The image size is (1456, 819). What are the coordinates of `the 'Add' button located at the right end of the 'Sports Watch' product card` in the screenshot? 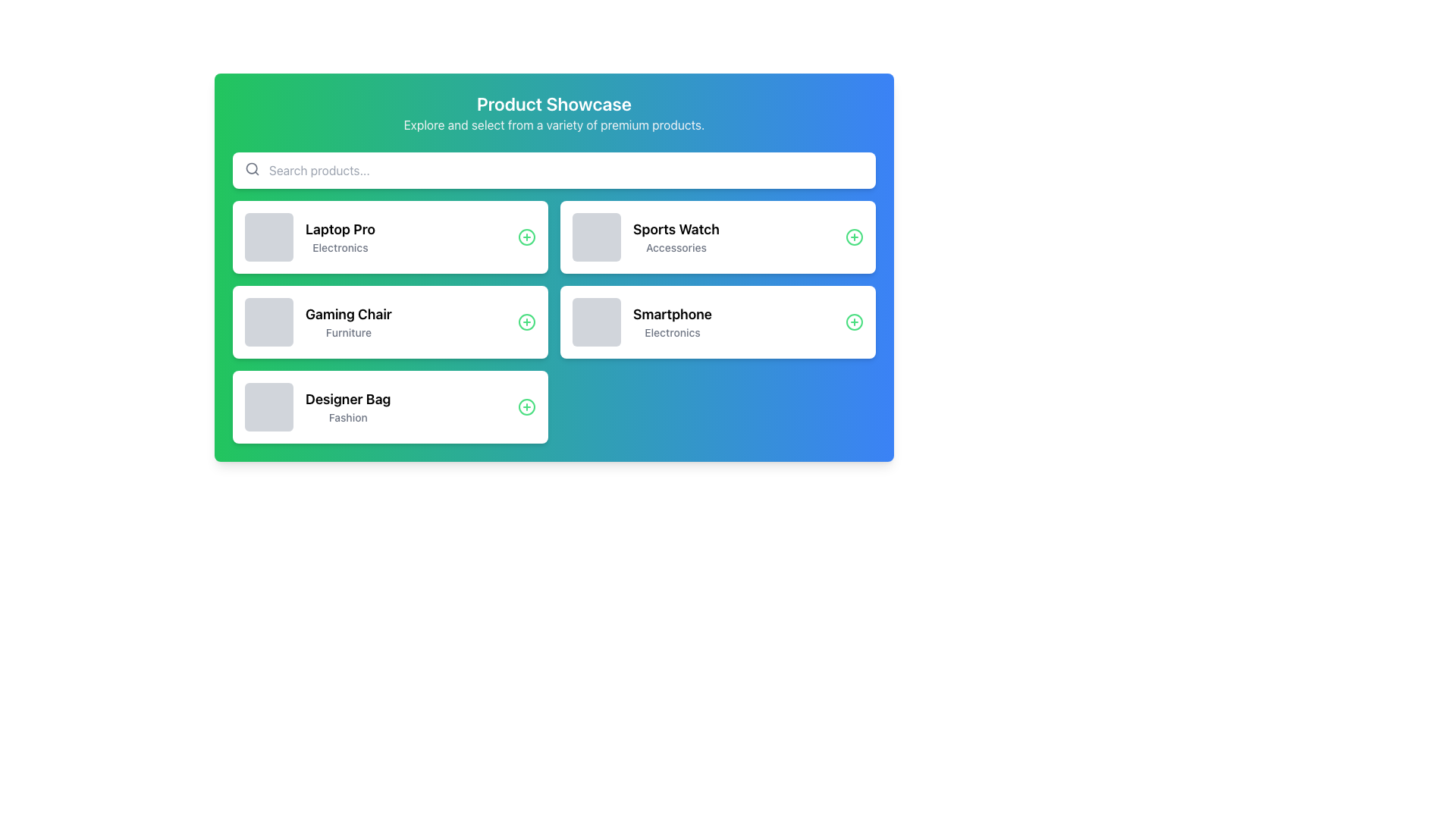 It's located at (855, 237).